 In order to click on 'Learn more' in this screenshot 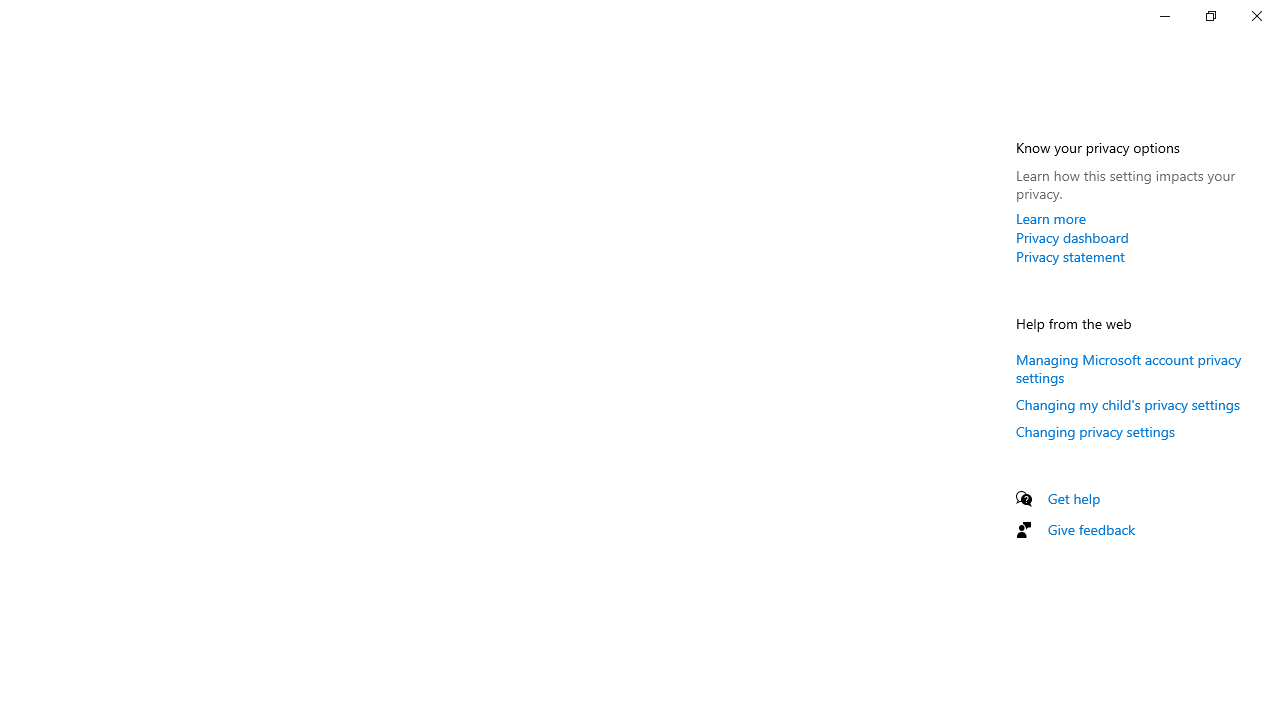, I will do `click(1050, 218)`.